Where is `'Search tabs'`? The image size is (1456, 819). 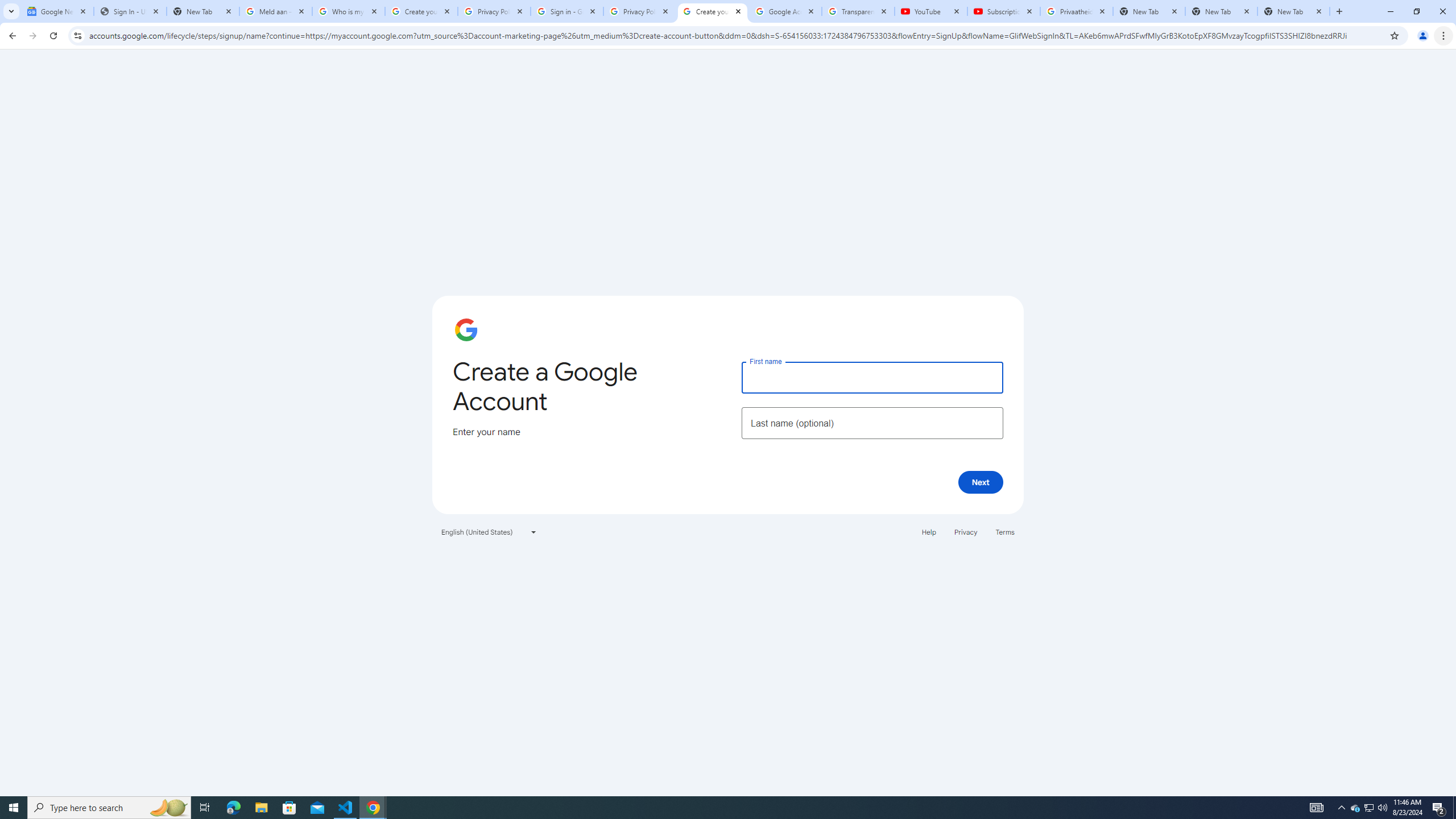 'Search tabs' is located at coordinates (11, 11).